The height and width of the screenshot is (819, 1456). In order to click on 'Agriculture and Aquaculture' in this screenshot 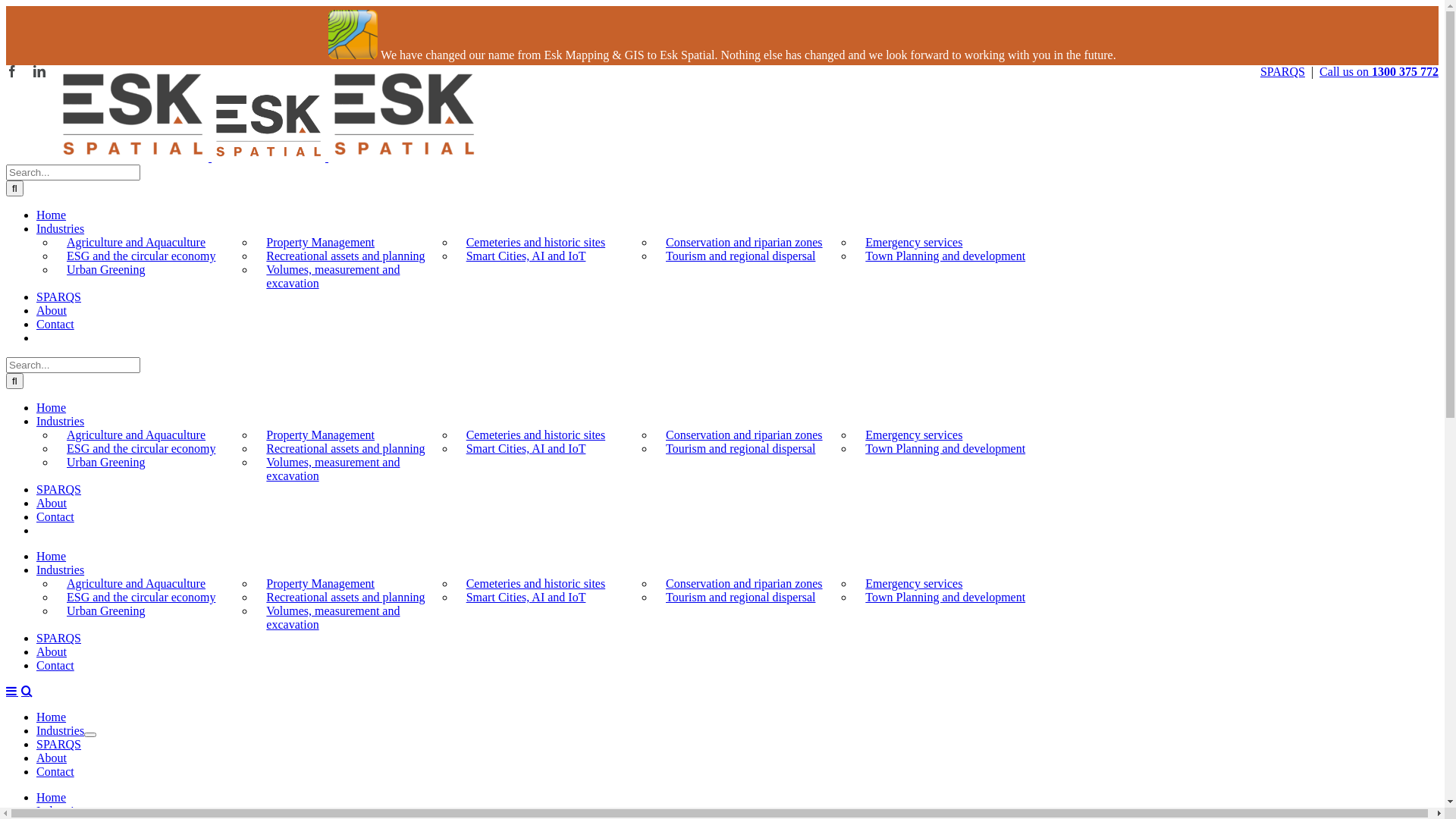, I will do `click(136, 435)`.